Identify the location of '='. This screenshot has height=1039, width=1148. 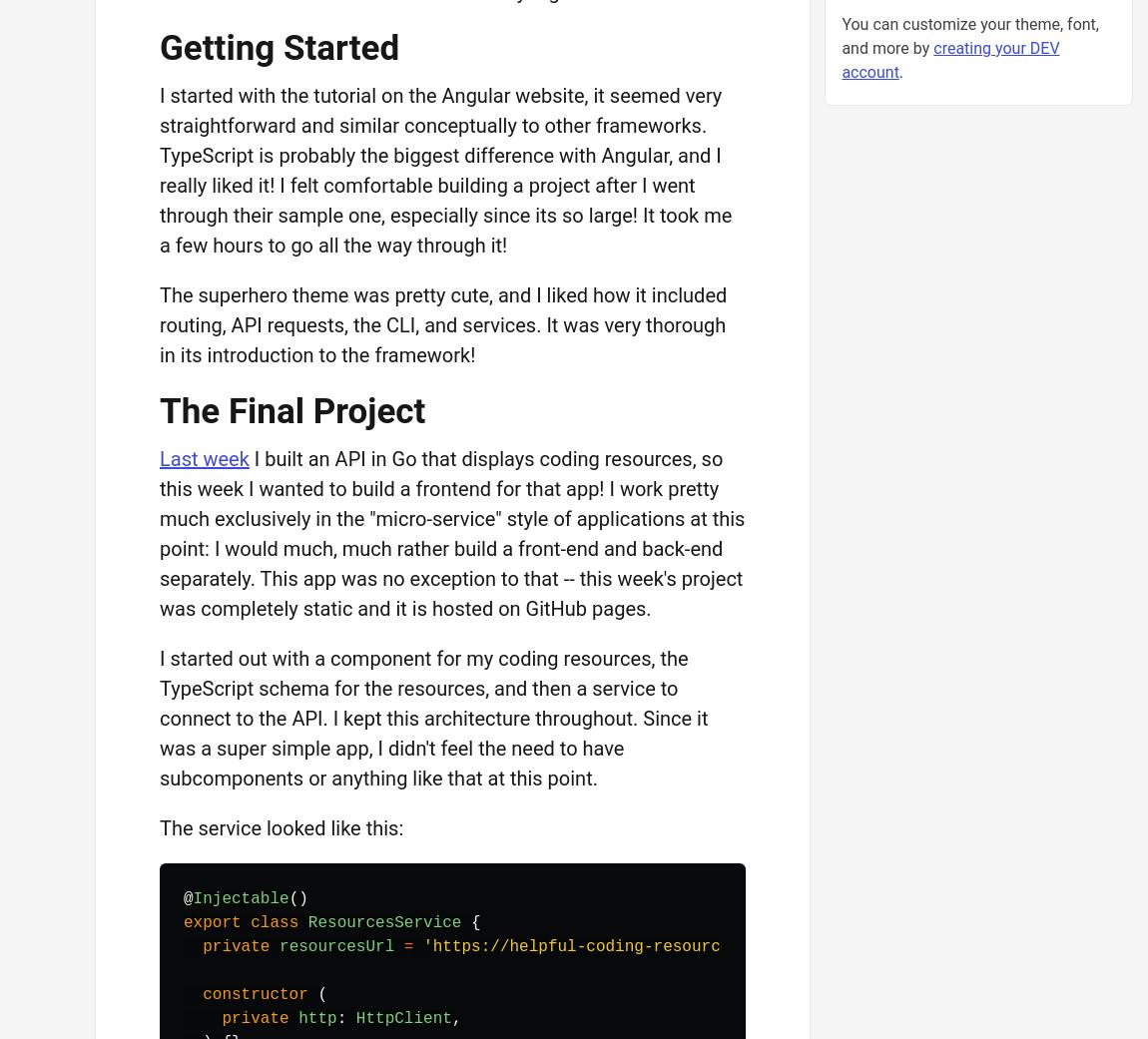
(408, 946).